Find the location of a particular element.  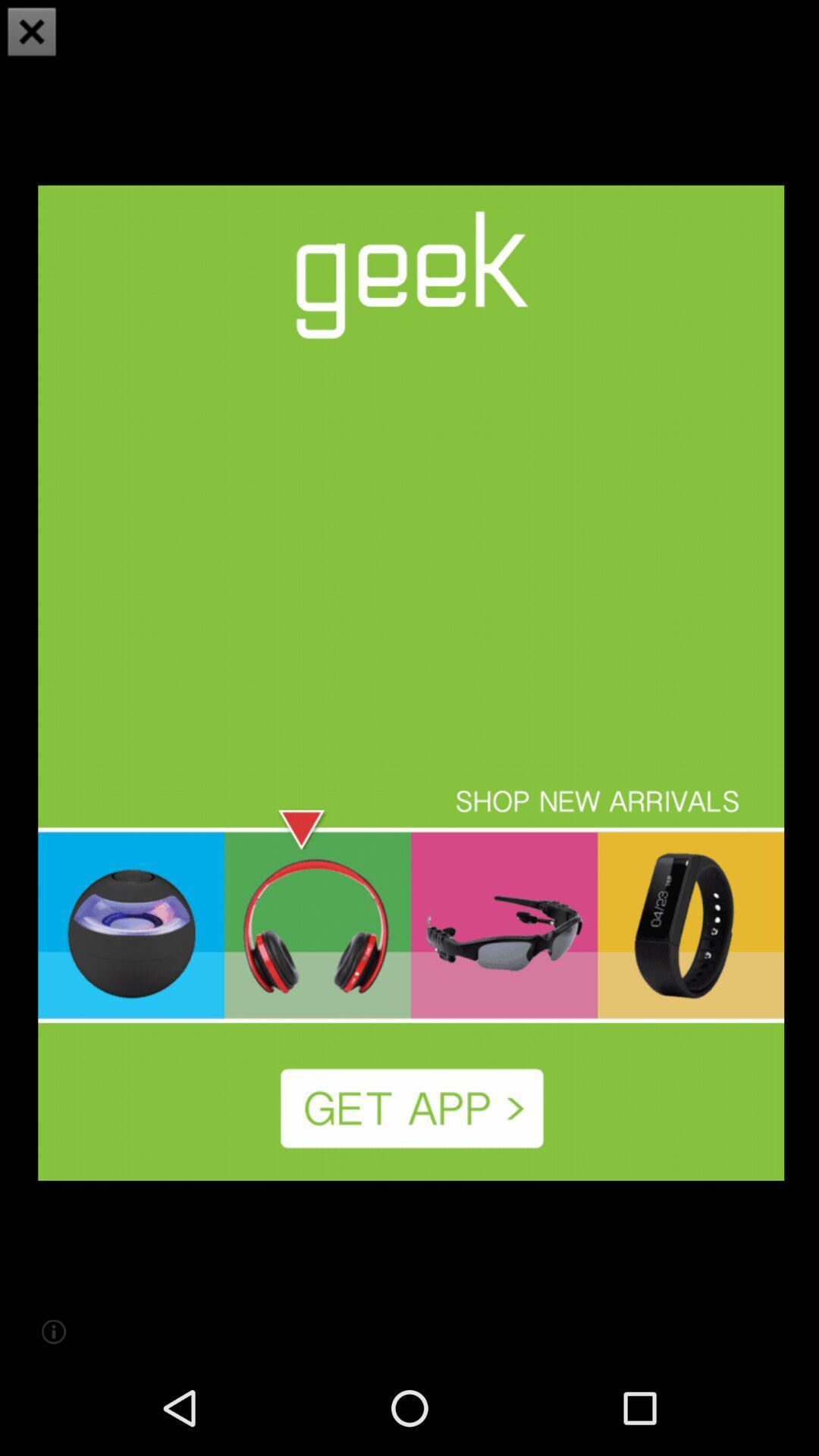

the close icon is located at coordinates (32, 33).